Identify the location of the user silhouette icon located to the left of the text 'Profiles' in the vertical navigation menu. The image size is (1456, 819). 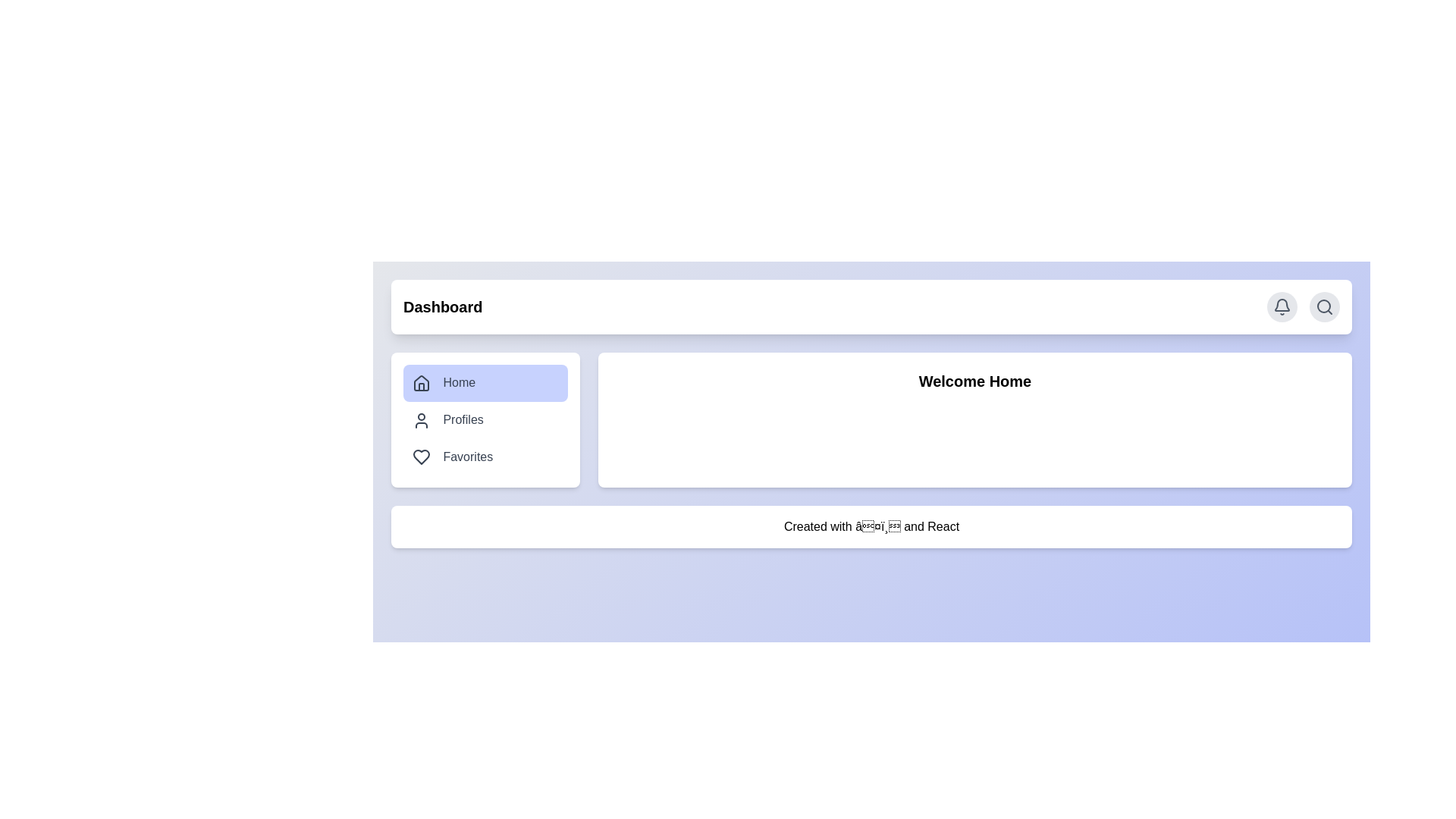
(422, 420).